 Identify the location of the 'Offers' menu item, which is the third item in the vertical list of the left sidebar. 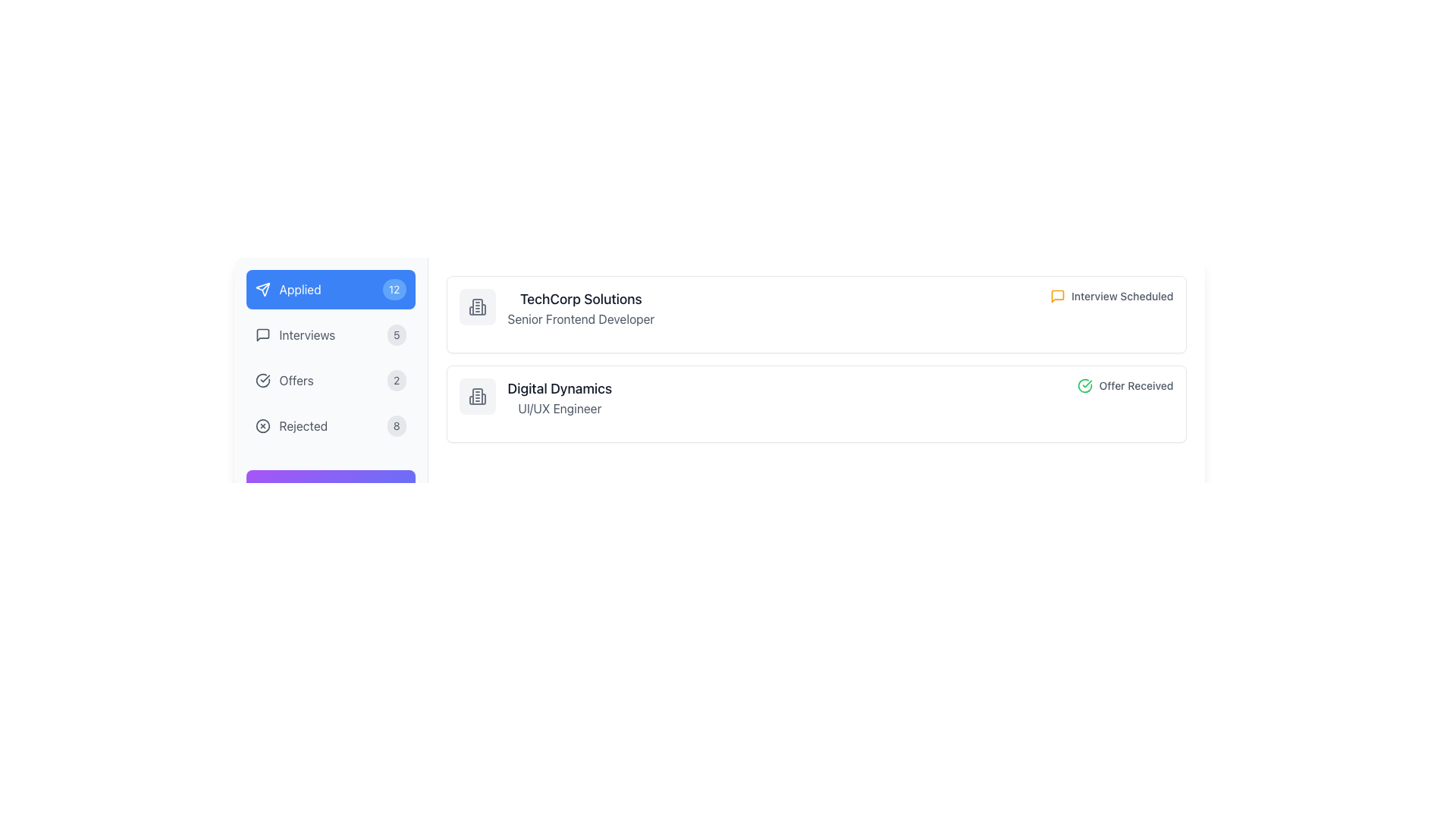
(284, 379).